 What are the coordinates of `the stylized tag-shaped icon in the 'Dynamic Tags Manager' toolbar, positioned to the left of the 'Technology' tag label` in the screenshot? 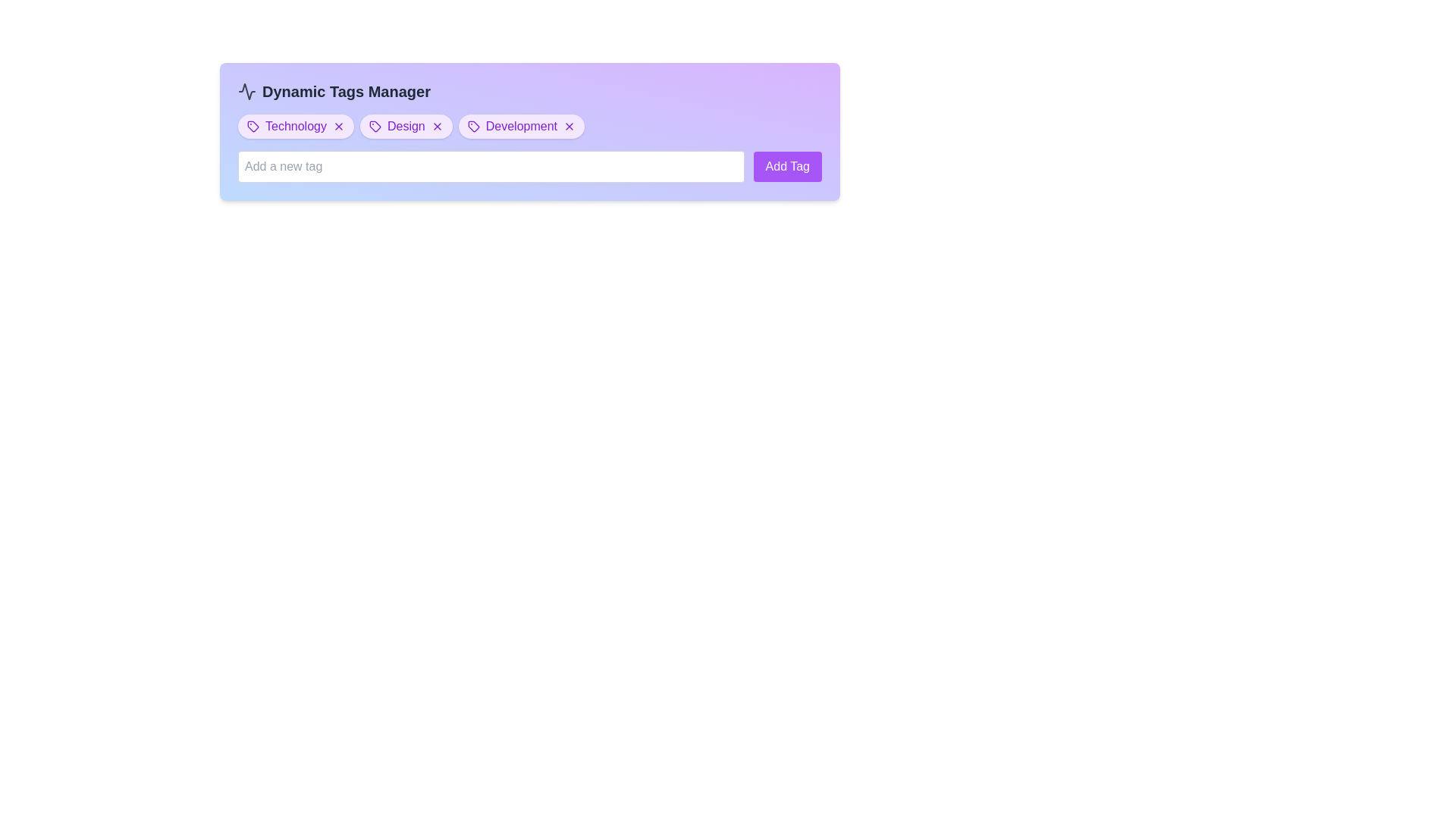 It's located at (253, 125).